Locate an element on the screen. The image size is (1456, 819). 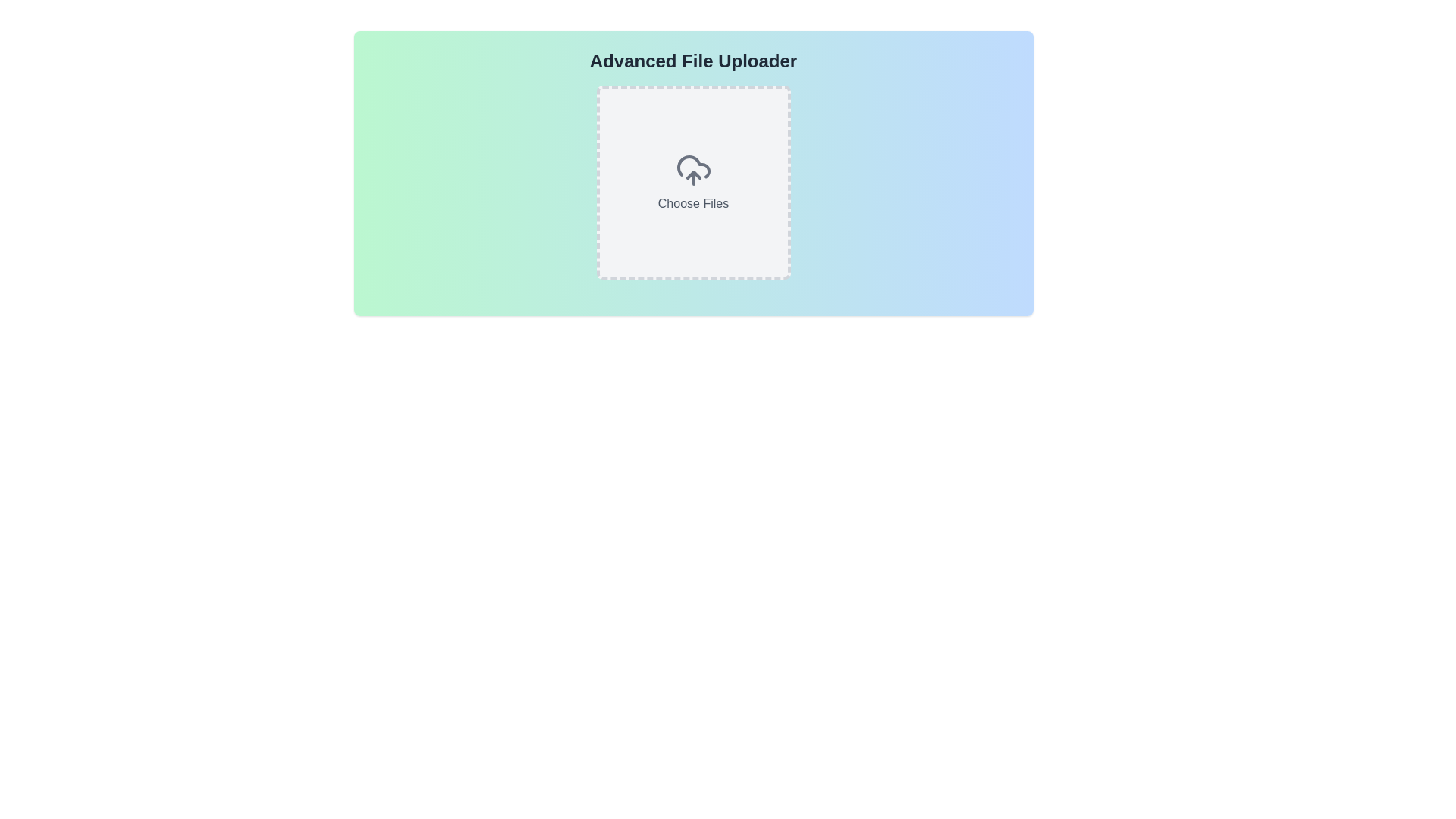
the clickable square box with a dashed border and a gray background labeled 'Choose Files' is located at coordinates (692, 181).